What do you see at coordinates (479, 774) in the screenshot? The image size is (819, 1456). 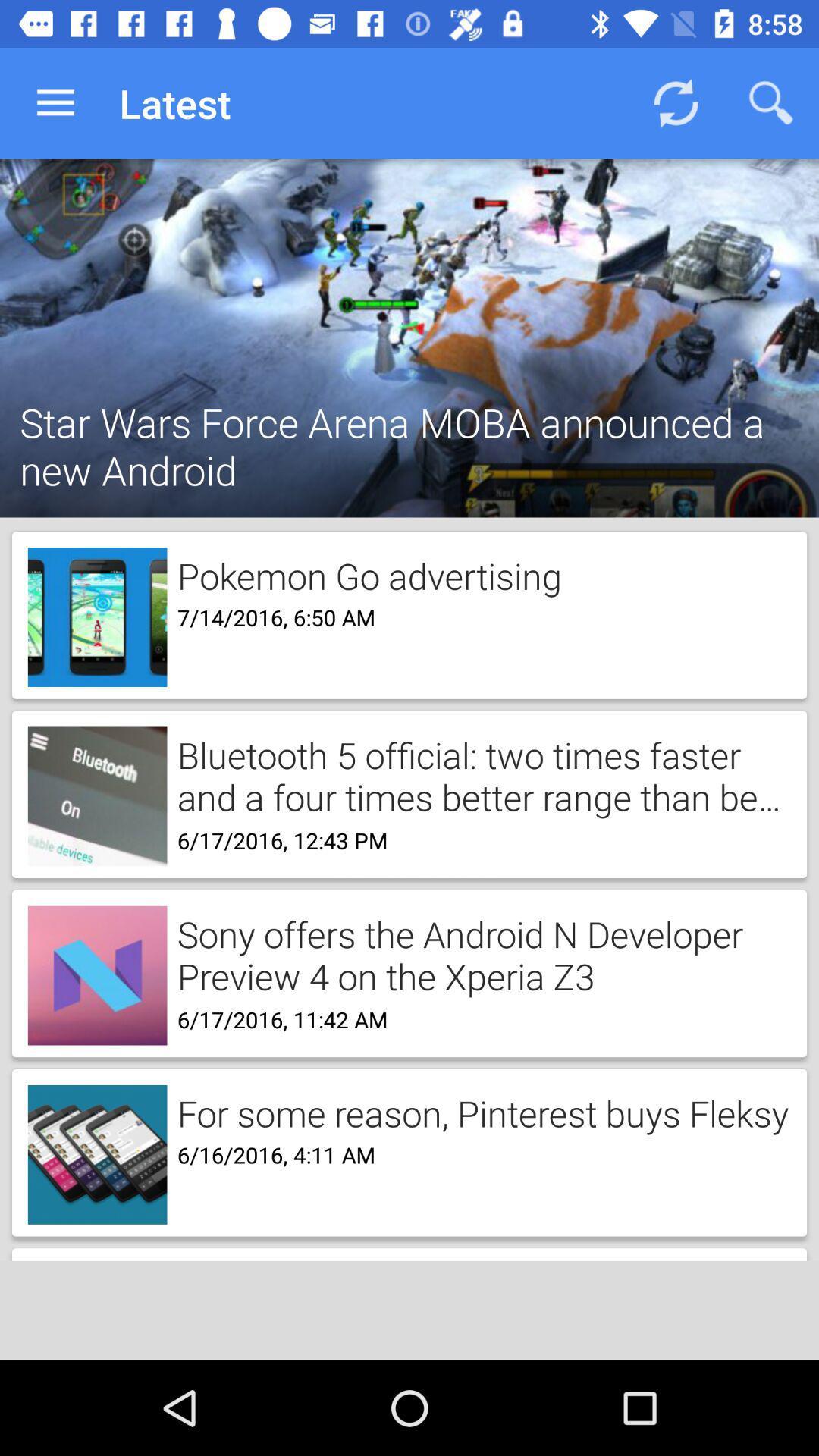 I see `the icon above 6 17 2016 item` at bounding box center [479, 774].